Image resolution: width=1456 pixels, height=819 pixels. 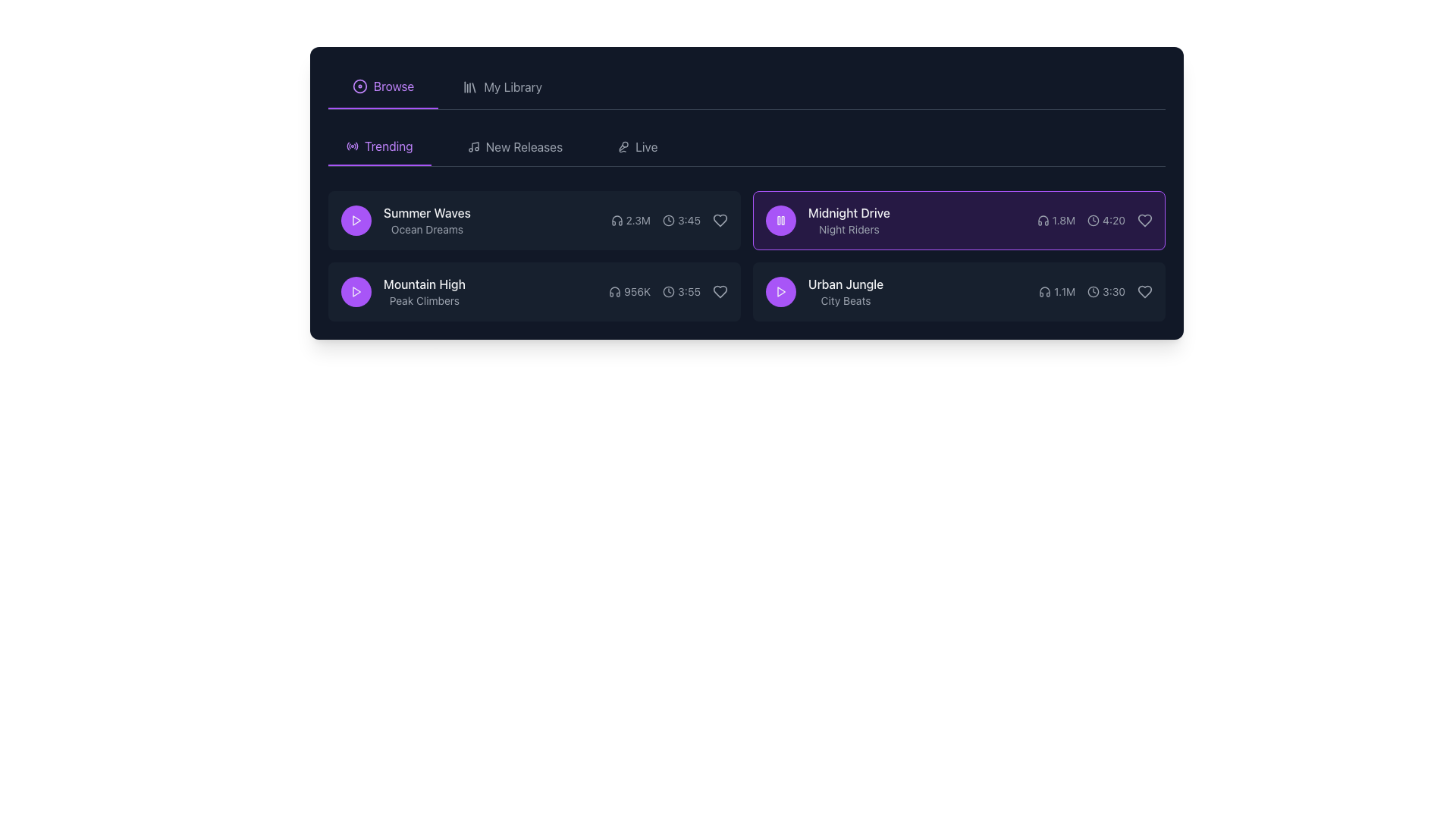 What do you see at coordinates (424, 284) in the screenshot?
I see `text label located in the 'Trending' section, specifically the second item of the list above the description labeled 'Peak Climbers'` at bounding box center [424, 284].